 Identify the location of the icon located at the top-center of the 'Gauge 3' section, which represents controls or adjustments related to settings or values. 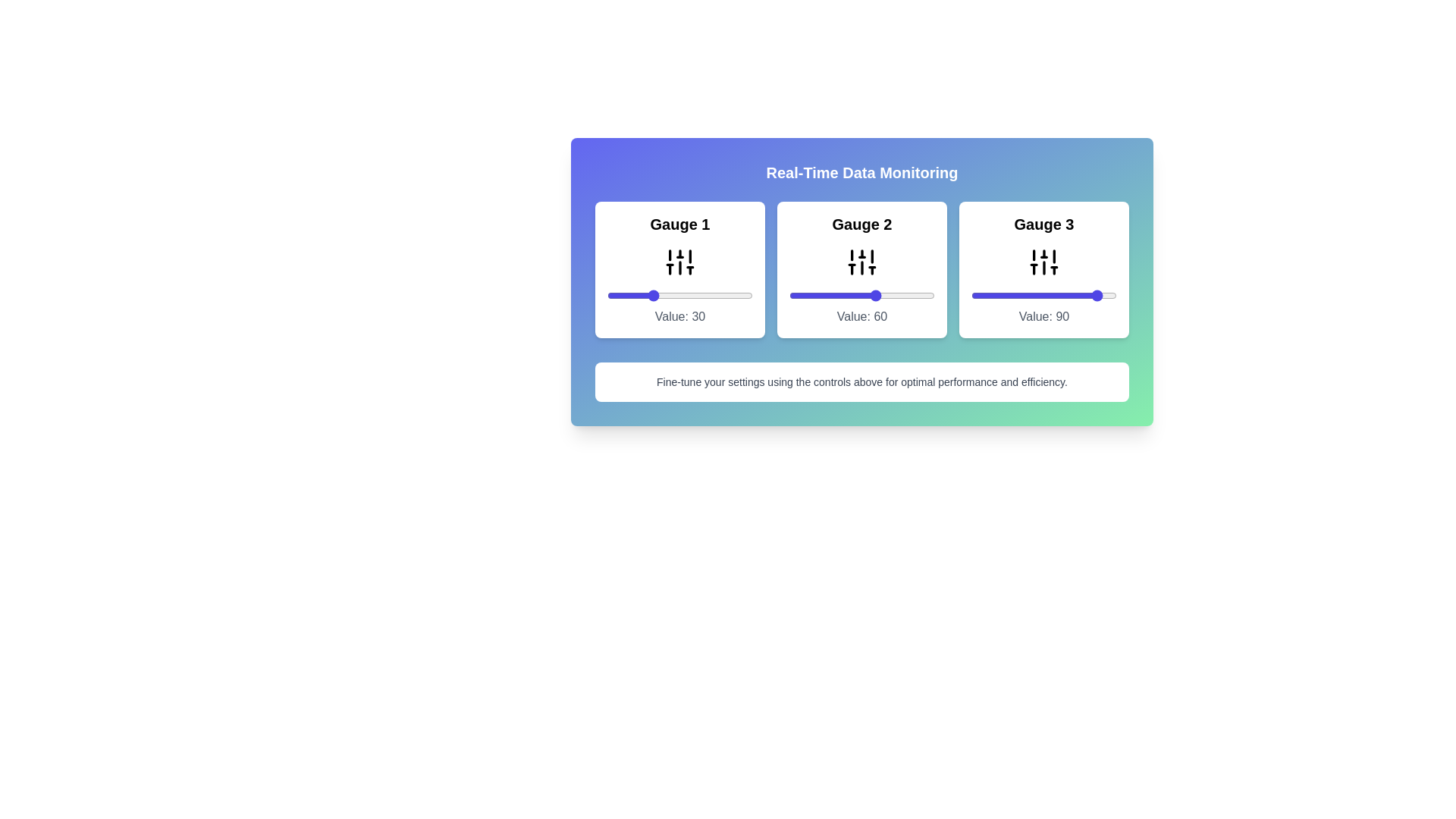
(1043, 262).